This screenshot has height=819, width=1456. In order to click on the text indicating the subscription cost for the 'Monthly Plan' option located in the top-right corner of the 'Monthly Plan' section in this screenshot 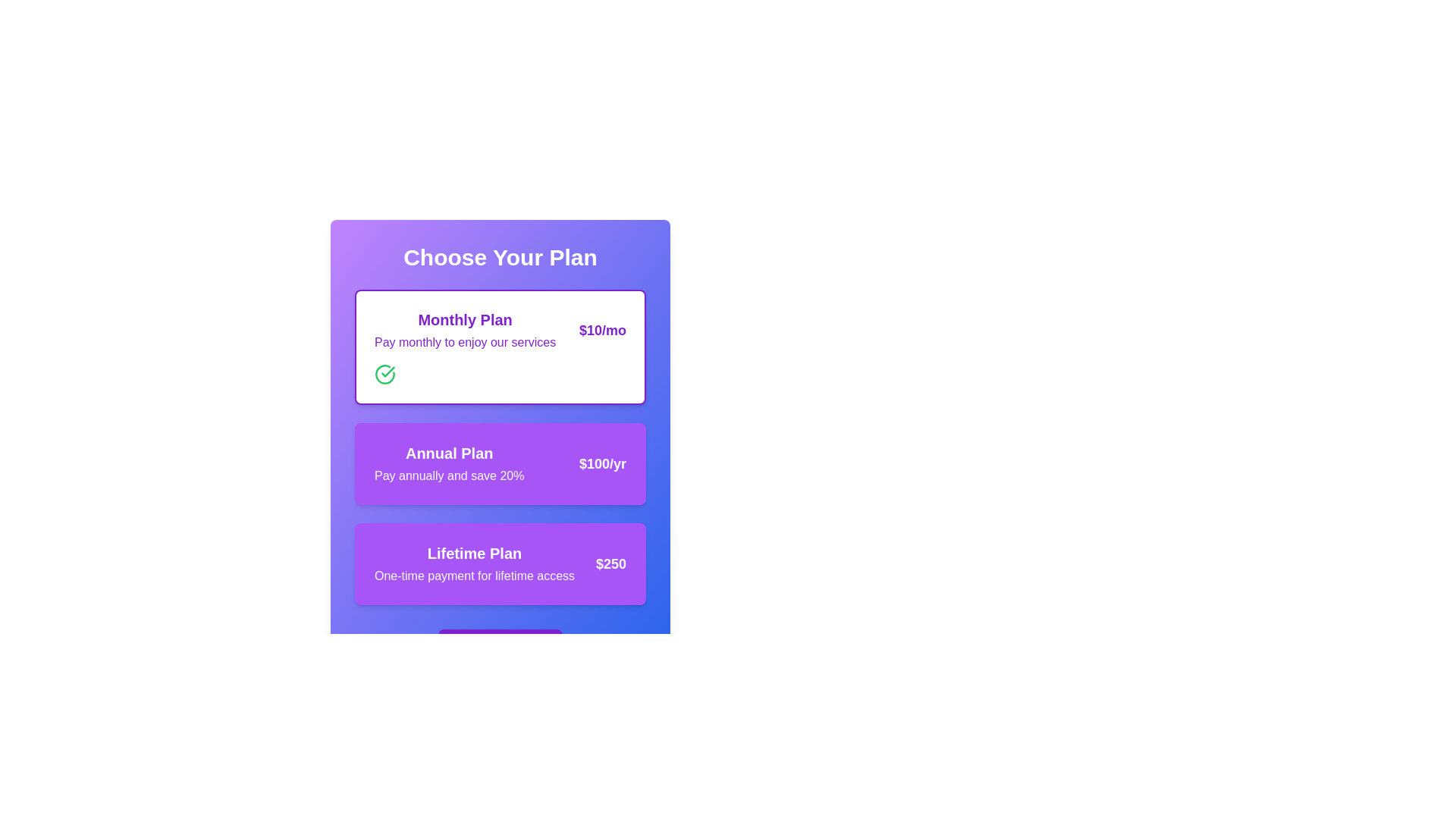, I will do `click(602, 329)`.